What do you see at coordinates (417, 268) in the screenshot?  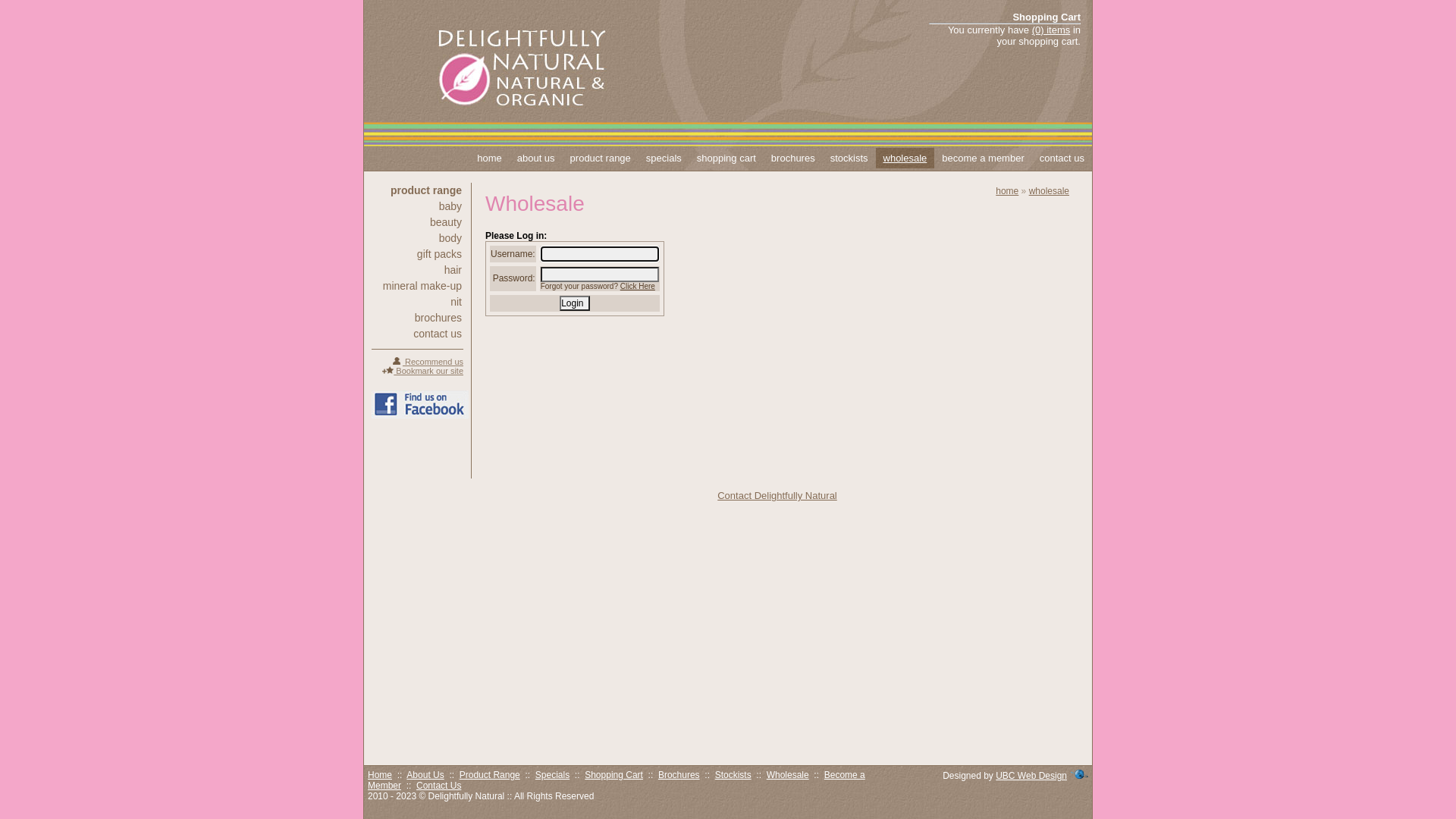 I see `'hair'` at bounding box center [417, 268].